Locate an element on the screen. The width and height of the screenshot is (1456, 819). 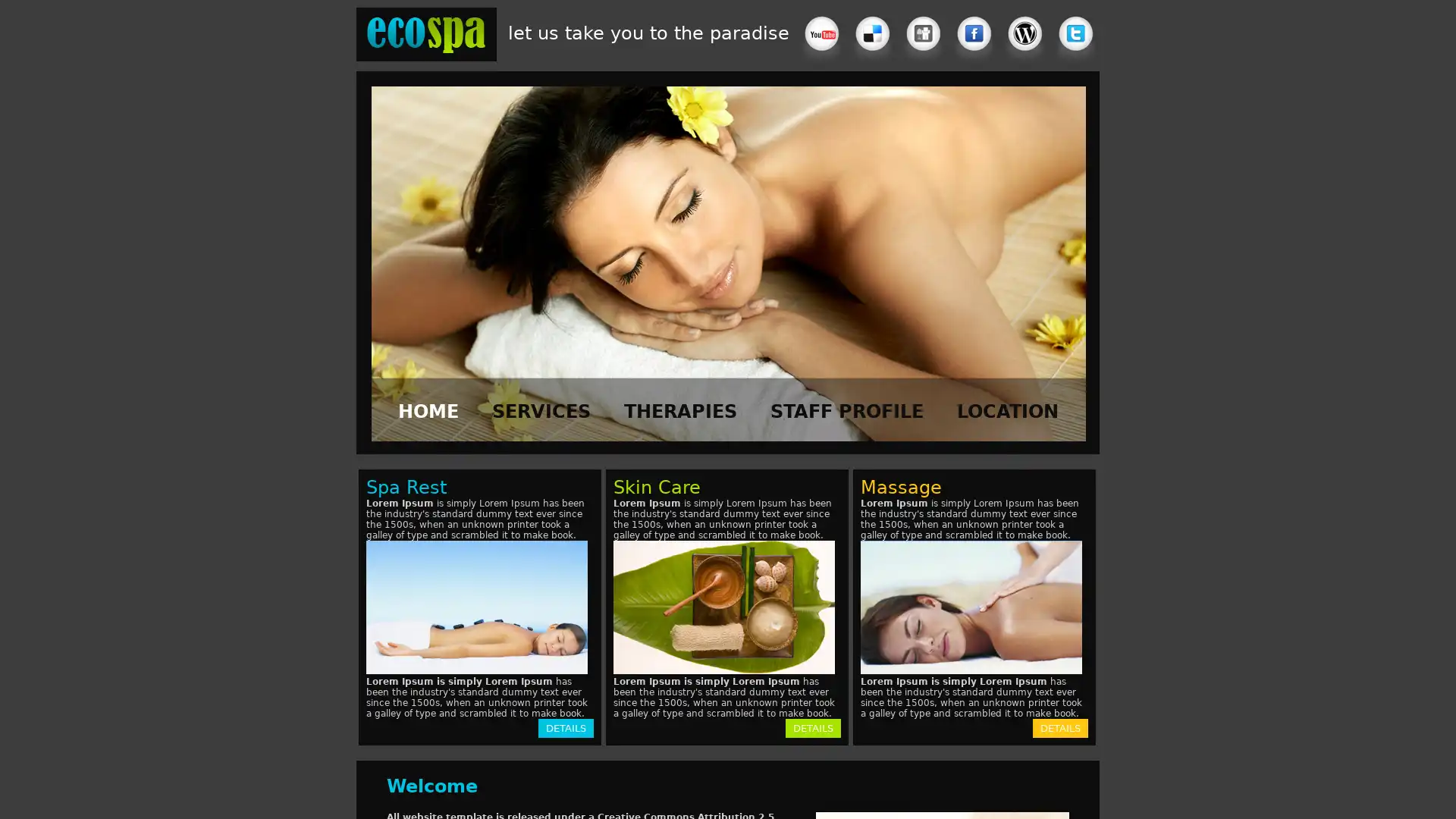
DETAILS is located at coordinates (812, 727).